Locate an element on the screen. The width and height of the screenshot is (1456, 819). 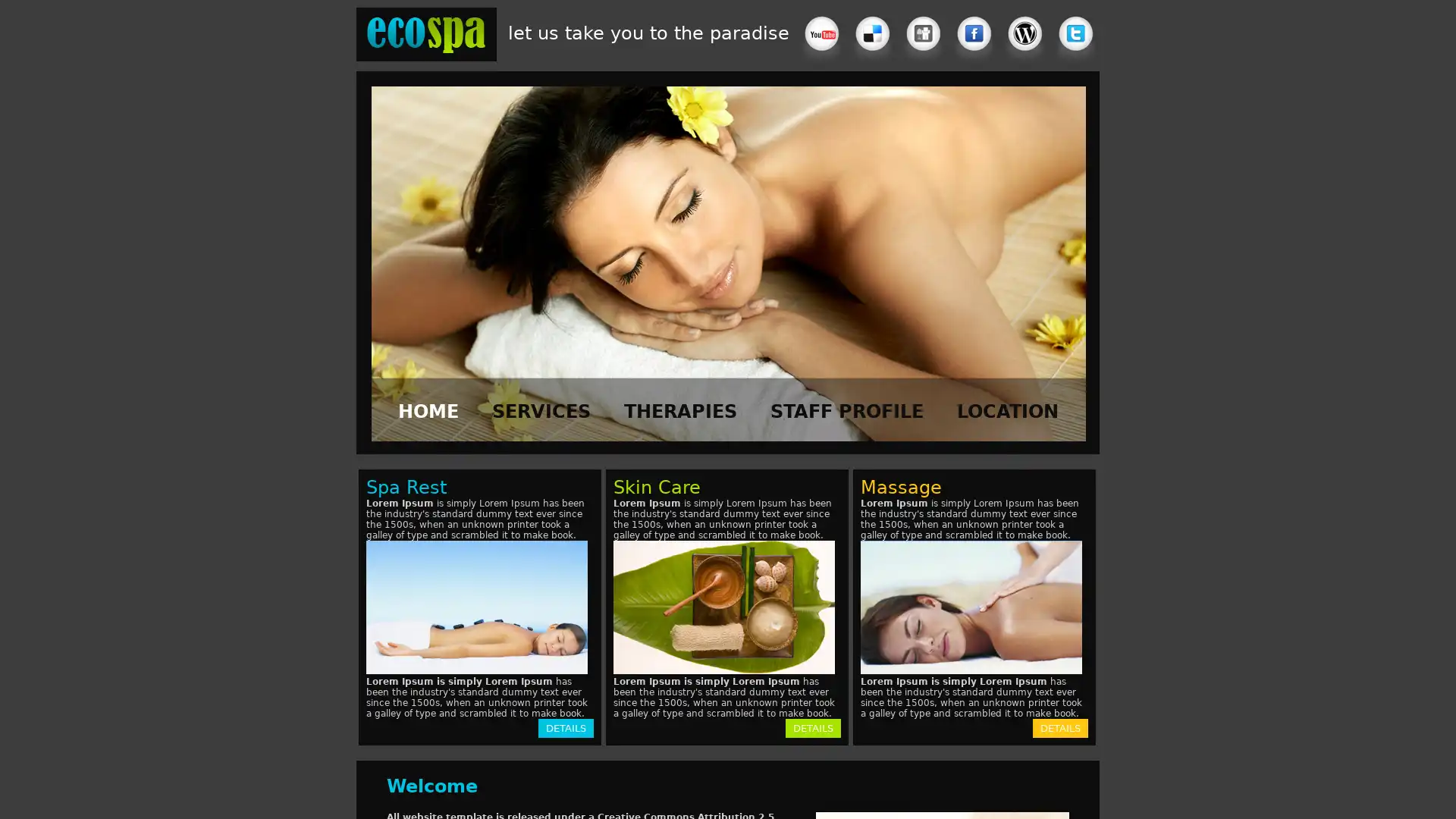
DETAILS is located at coordinates (812, 727).